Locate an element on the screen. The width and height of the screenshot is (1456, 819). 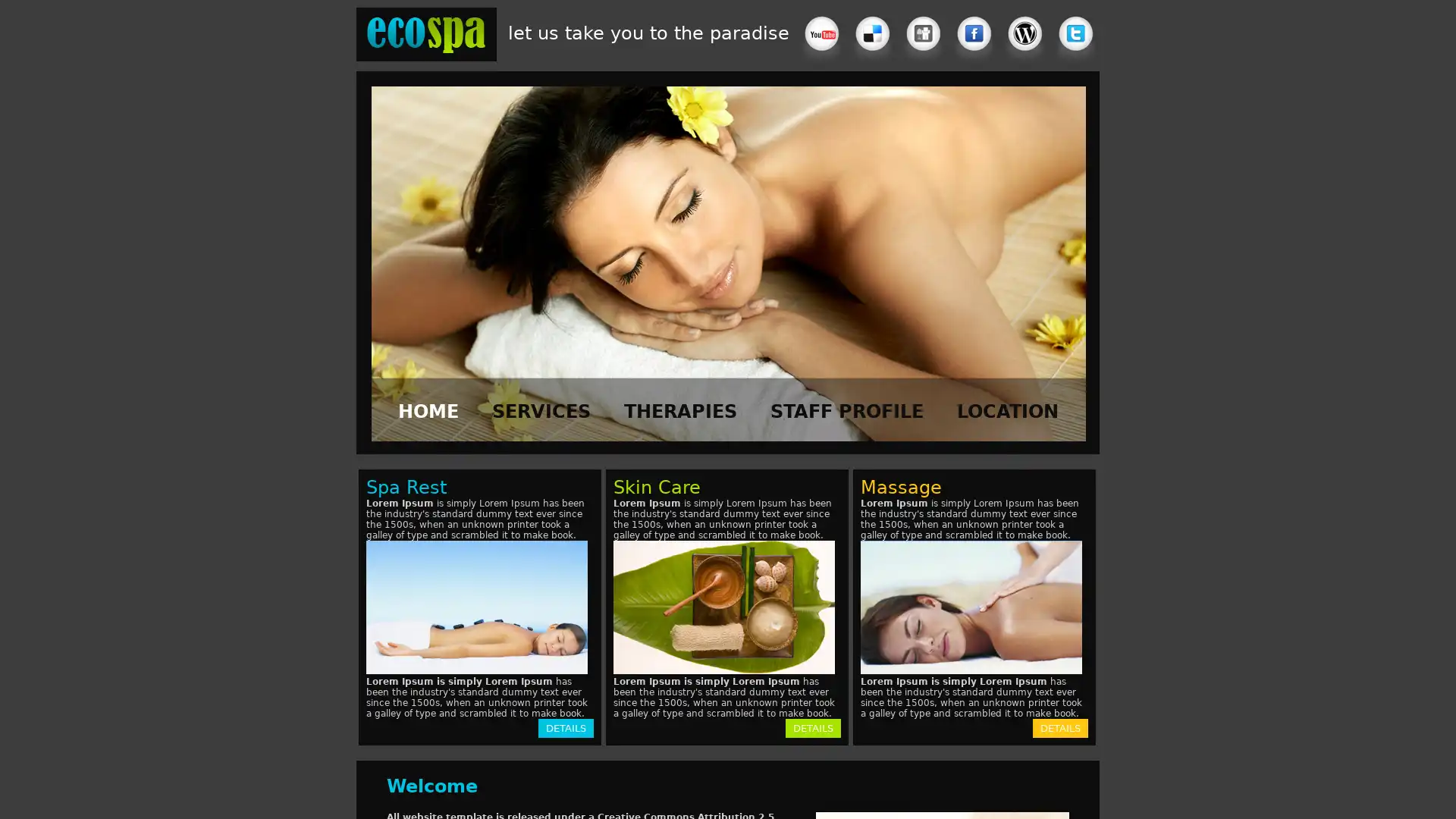
DETAILS is located at coordinates (812, 727).